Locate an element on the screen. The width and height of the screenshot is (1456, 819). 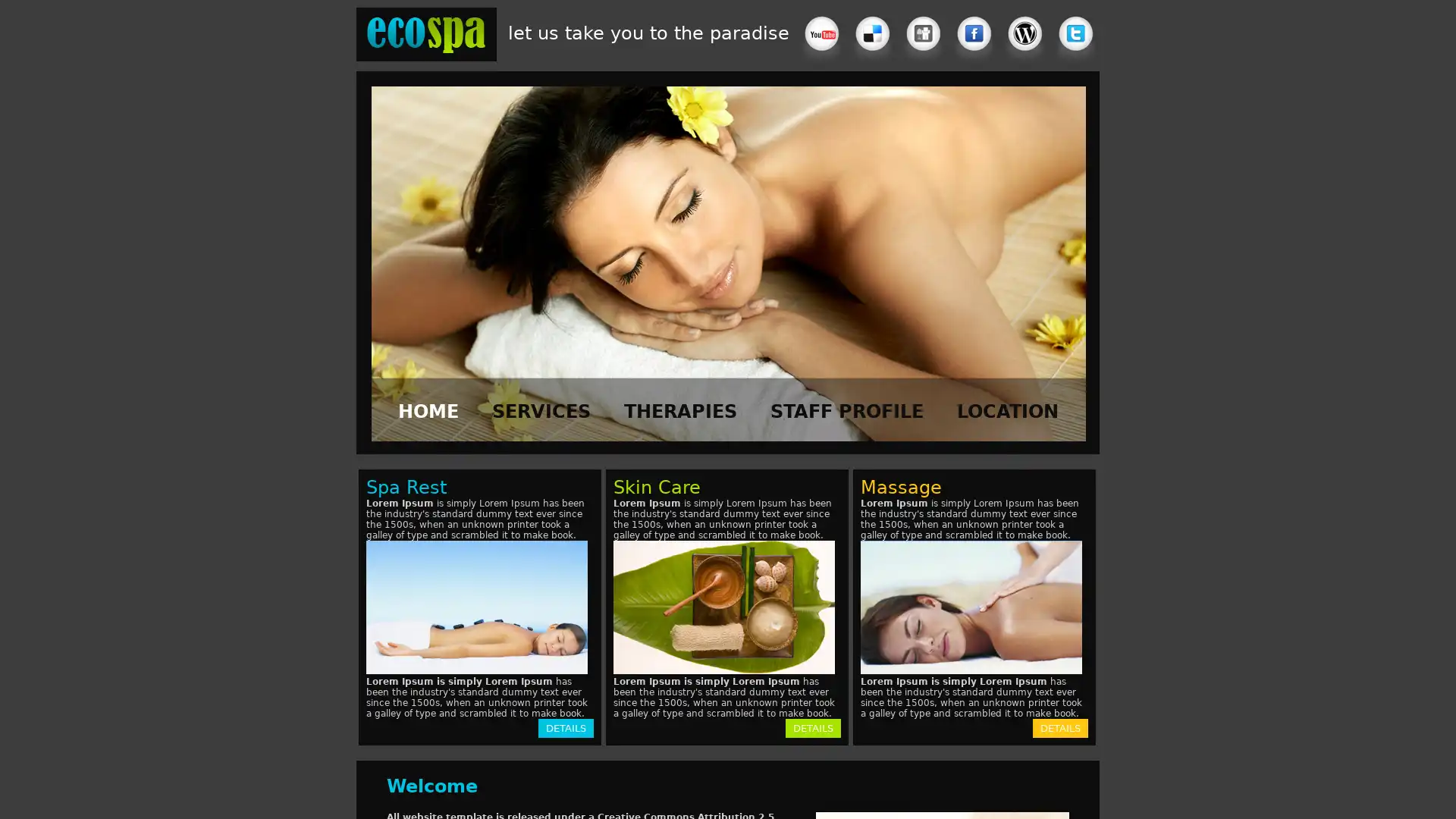
DETAILS is located at coordinates (812, 727).